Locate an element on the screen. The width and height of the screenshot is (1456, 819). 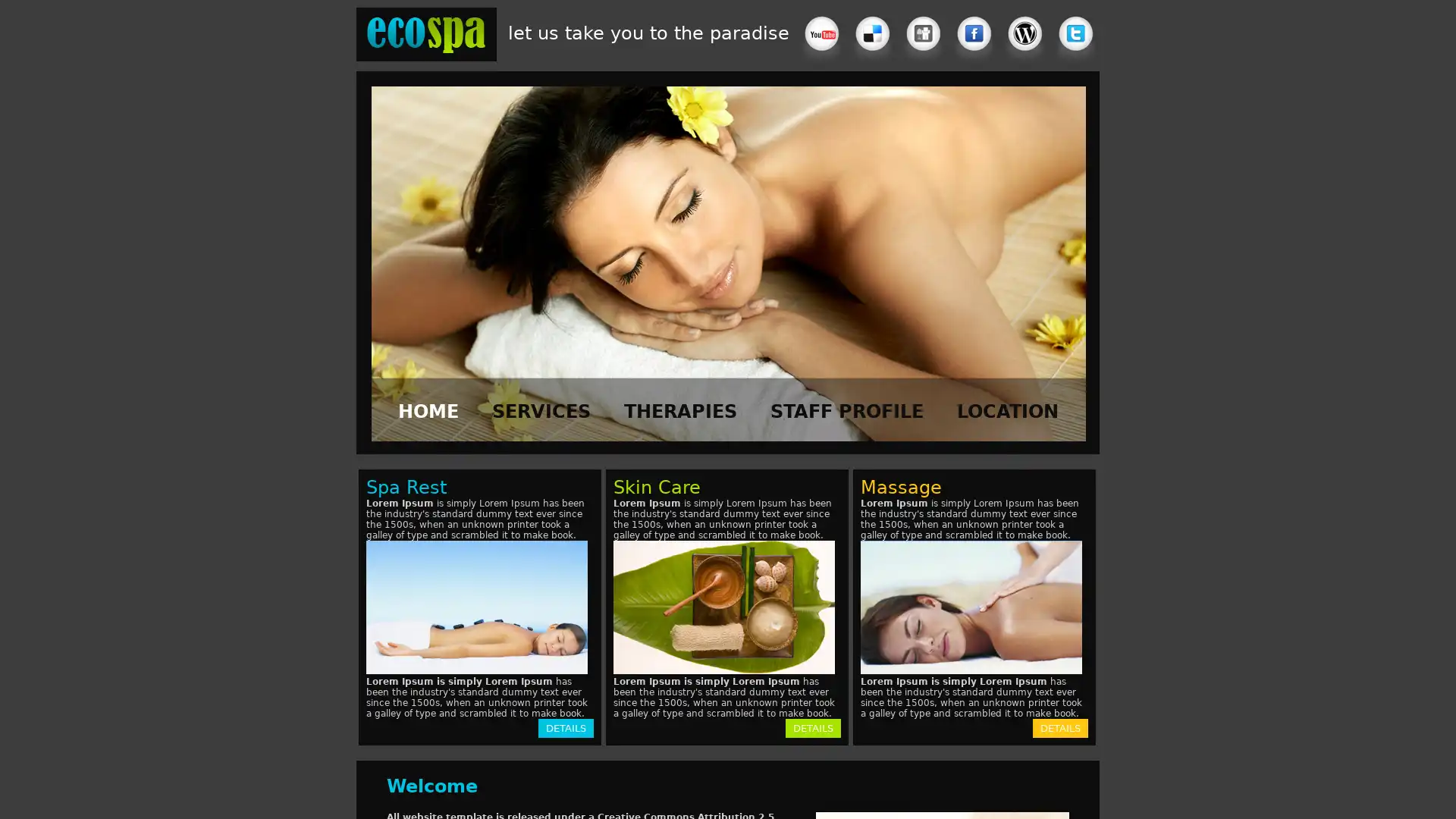
DETAILS is located at coordinates (812, 727).